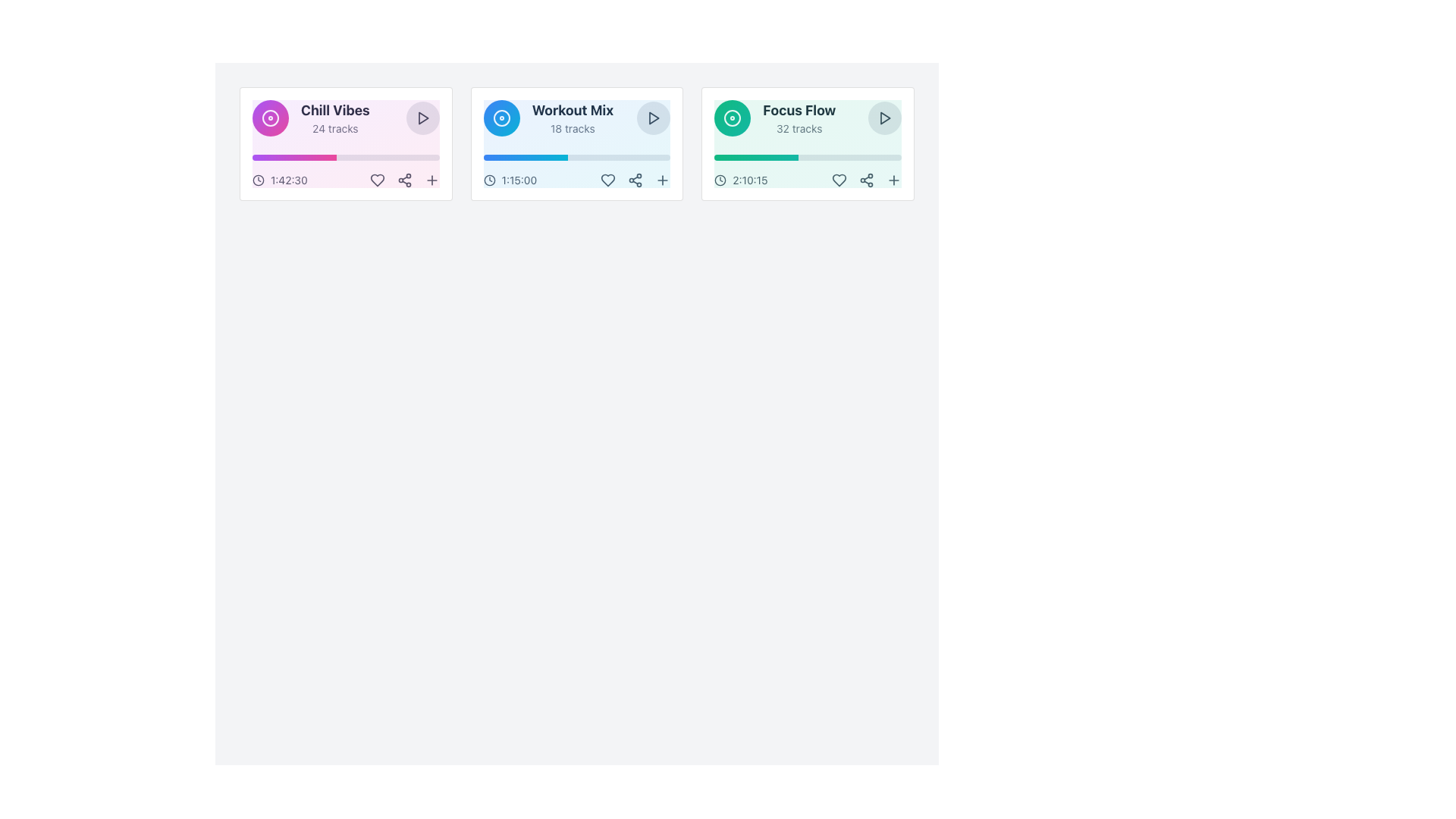  I want to click on the animated icon indicating loading or processing state within the 'Workout Mix' card, located above the text '18 tracks', so click(501, 117).